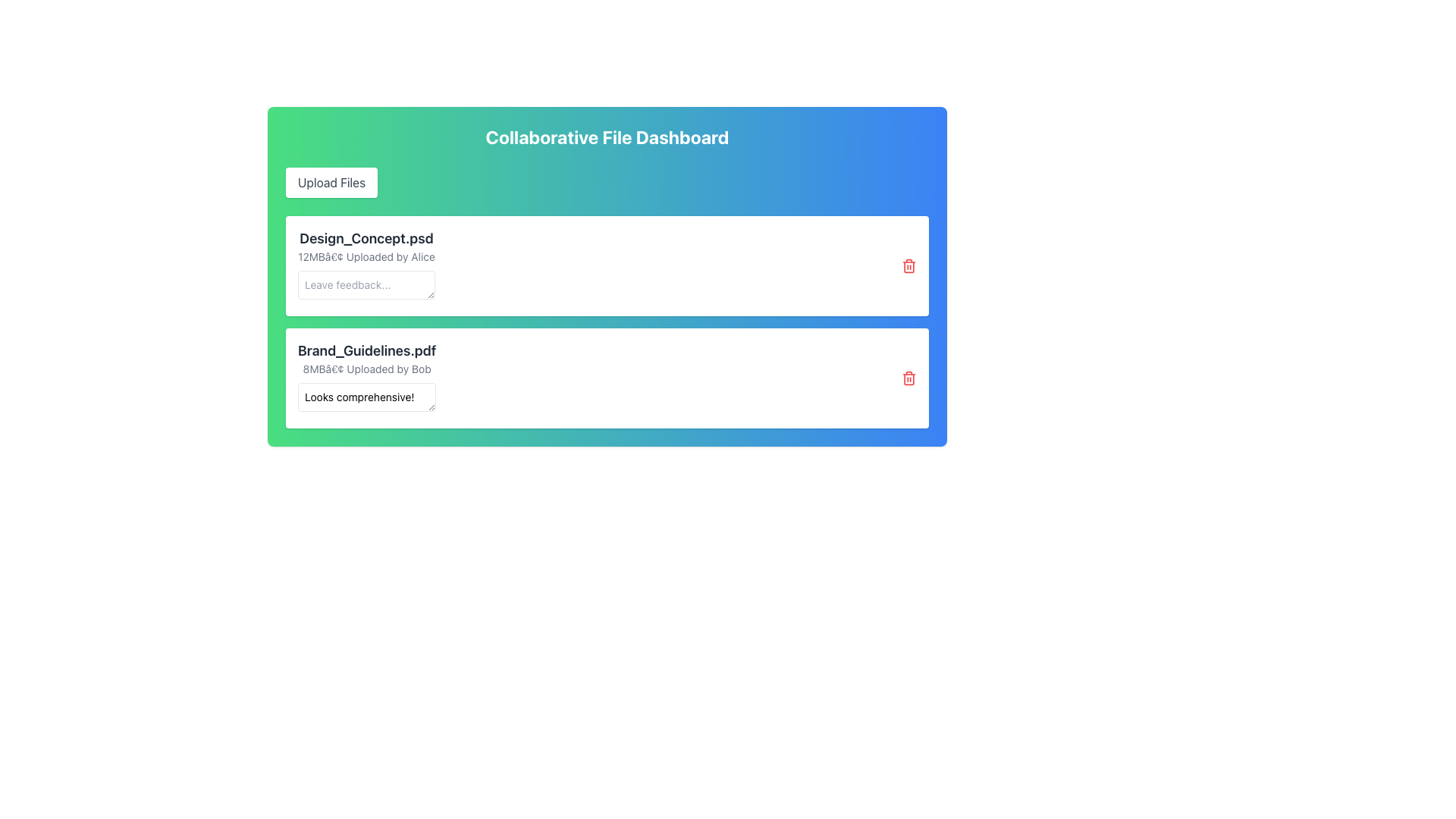  Describe the element at coordinates (366, 284) in the screenshot. I see `the text input field located below the title 'Design_Concept.psd' to focus and begin typing feedback or comments` at that location.